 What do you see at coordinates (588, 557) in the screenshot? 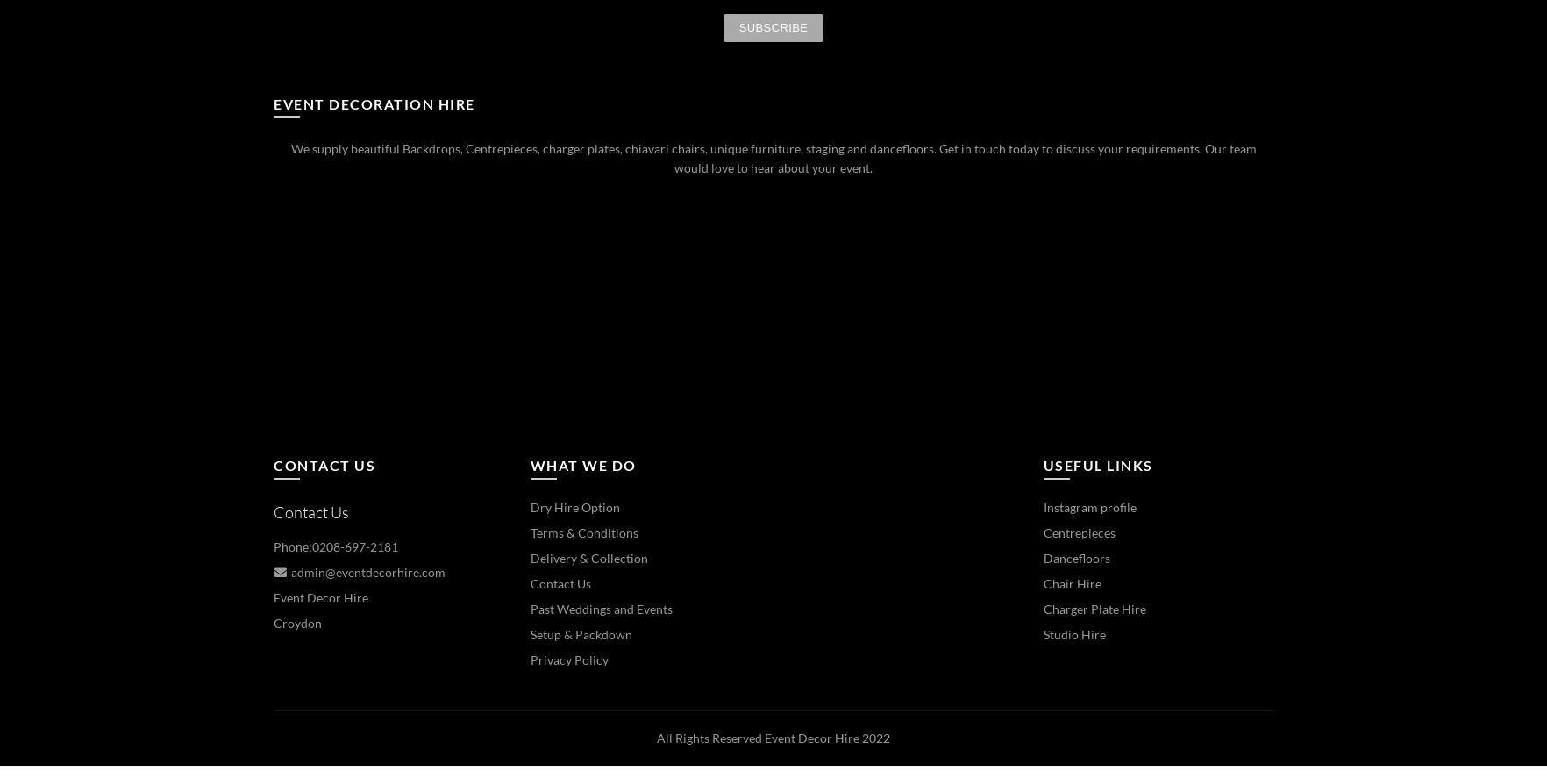
I see `'Delivery & Collection'` at bounding box center [588, 557].